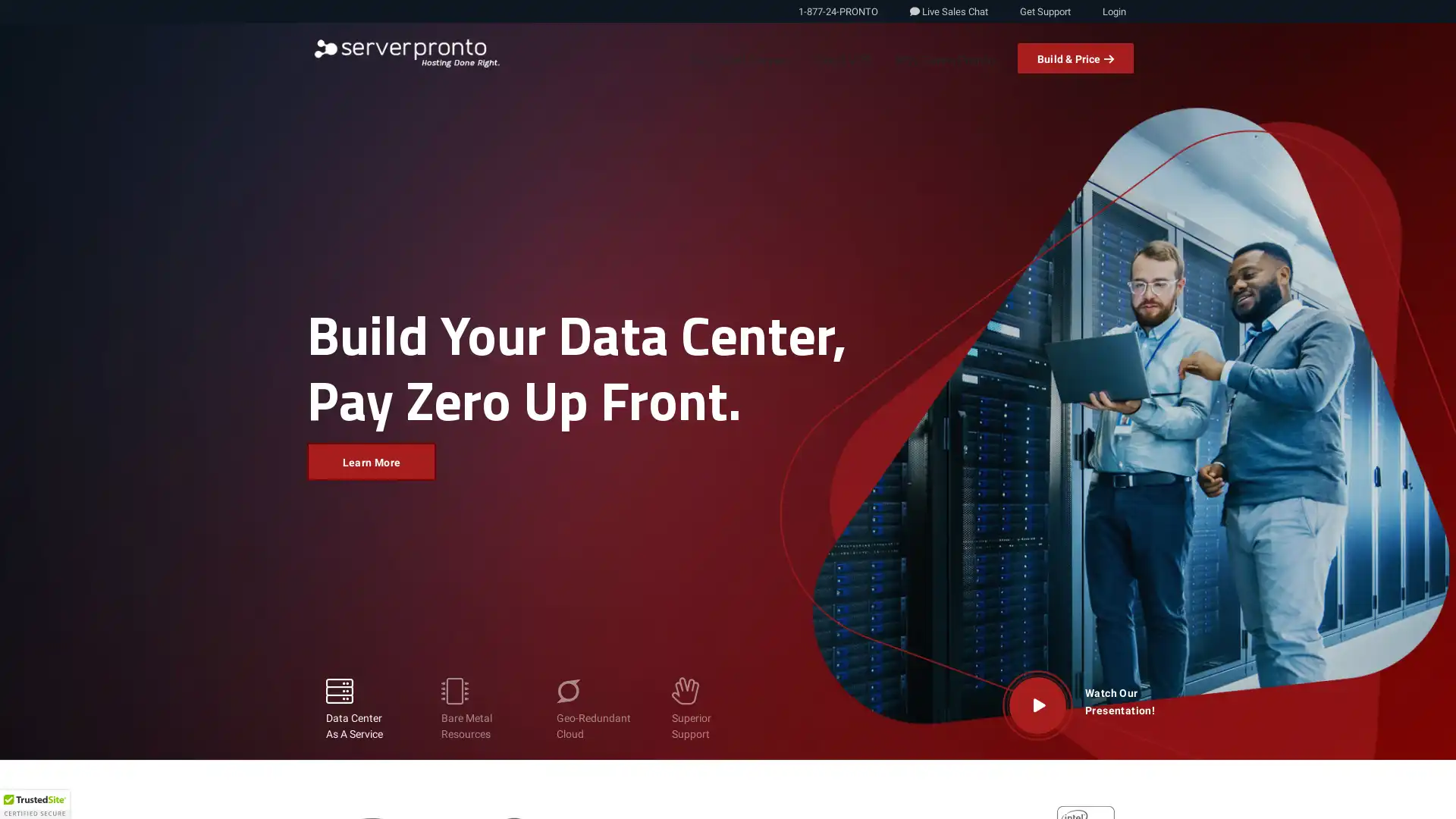 The height and width of the screenshot is (819, 1456). Describe the element at coordinates (479, 710) in the screenshot. I see `Bare Metal Resources` at that location.